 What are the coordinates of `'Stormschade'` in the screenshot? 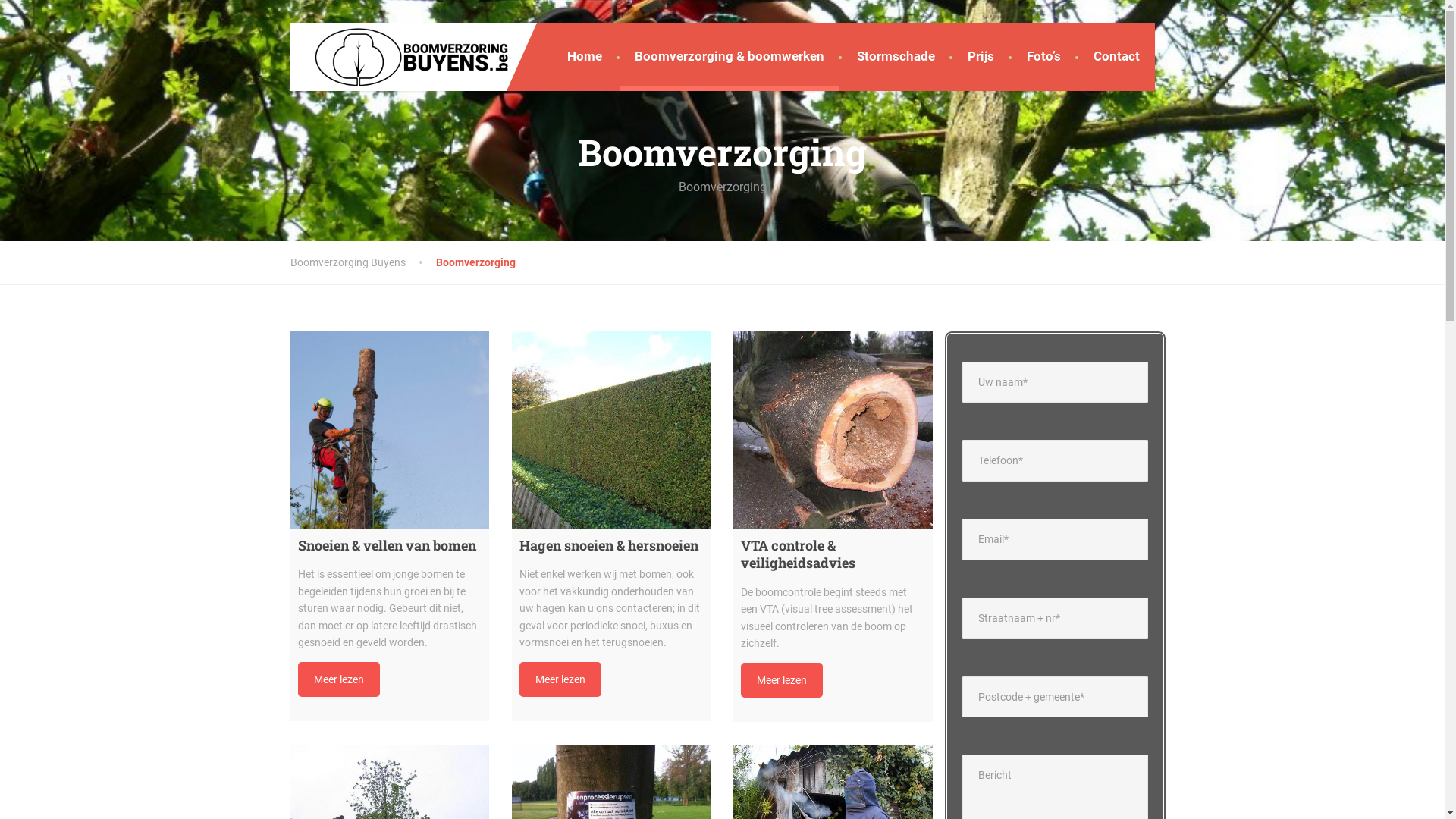 It's located at (896, 55).